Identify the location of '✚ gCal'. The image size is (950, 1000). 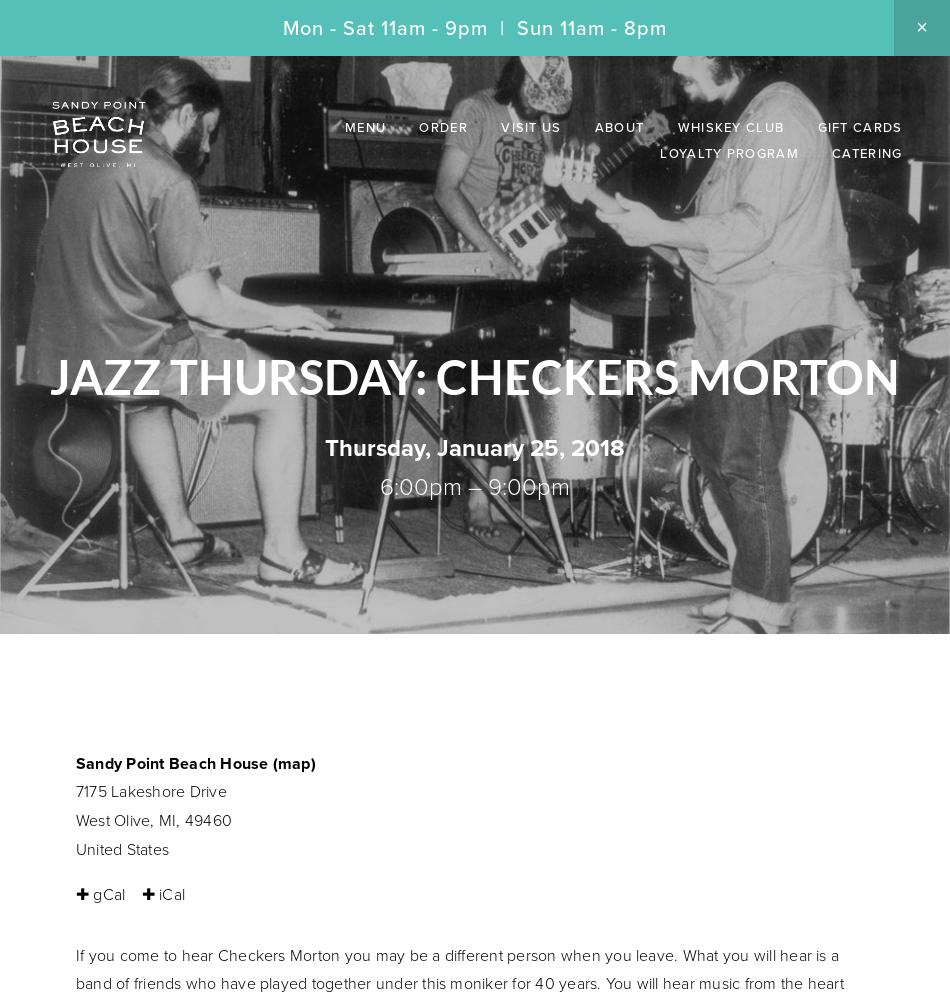
(100, 893).